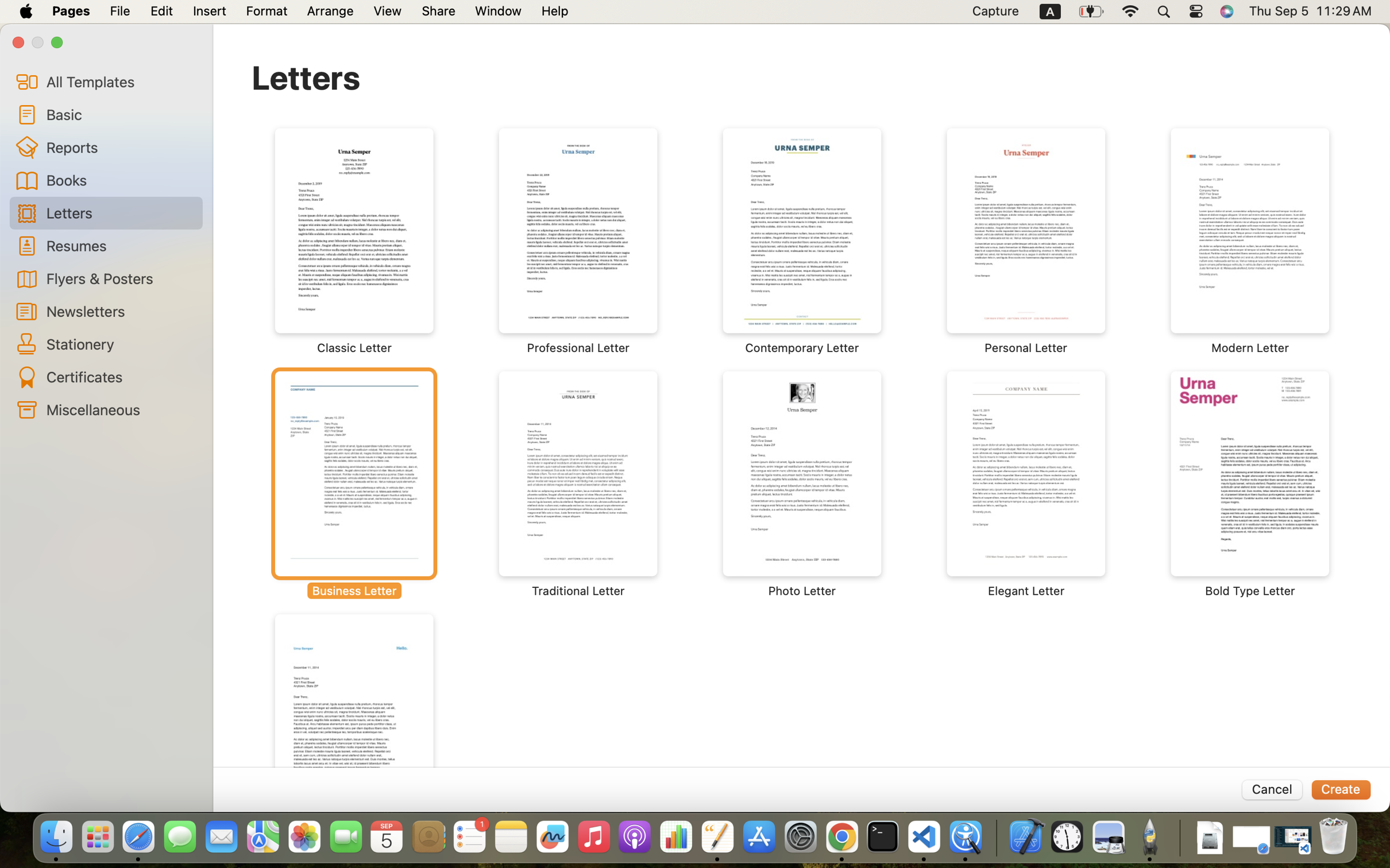  I want to click on 'Certificates', so click(119, 377).